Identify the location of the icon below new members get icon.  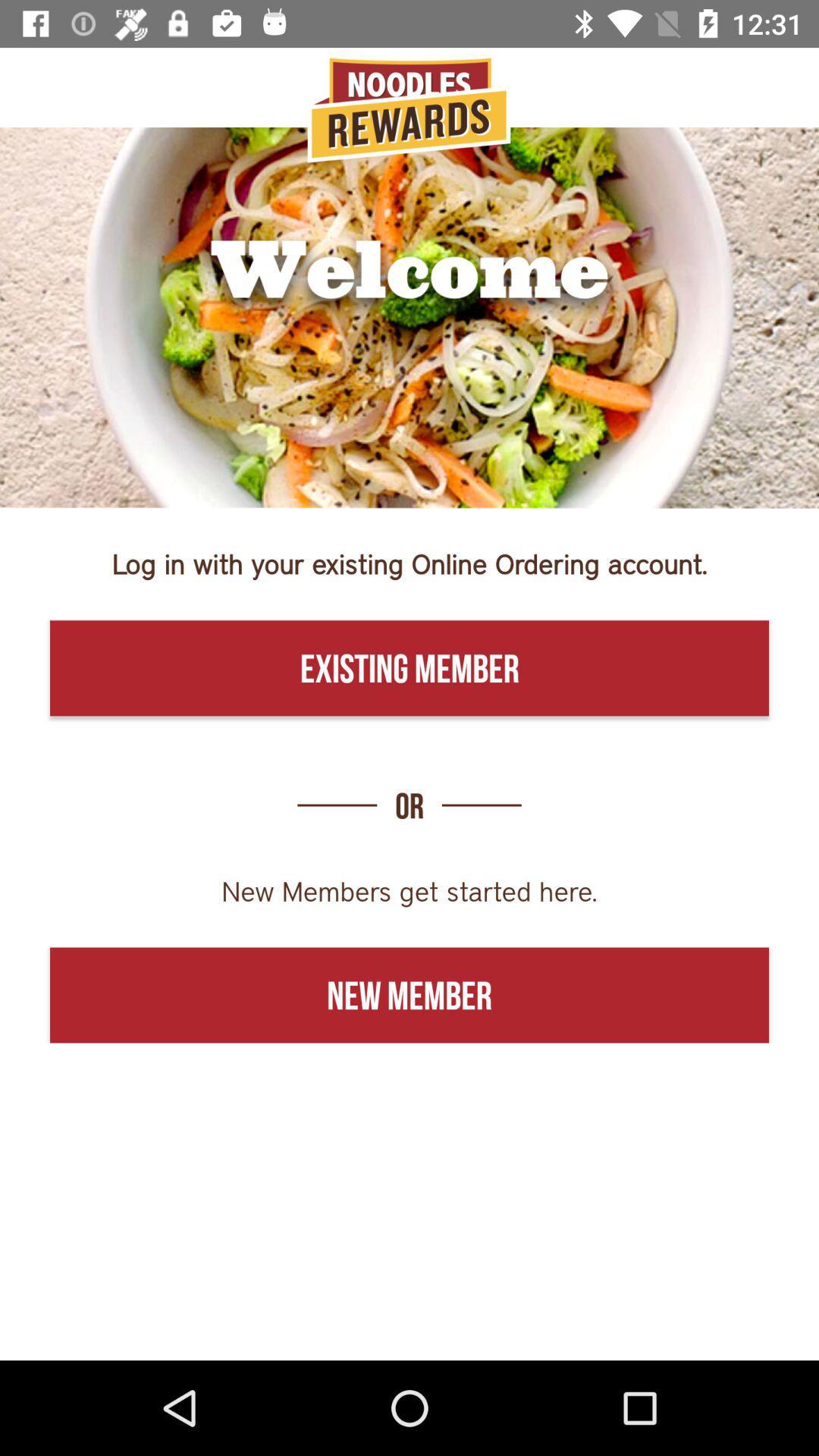
(409, 995).